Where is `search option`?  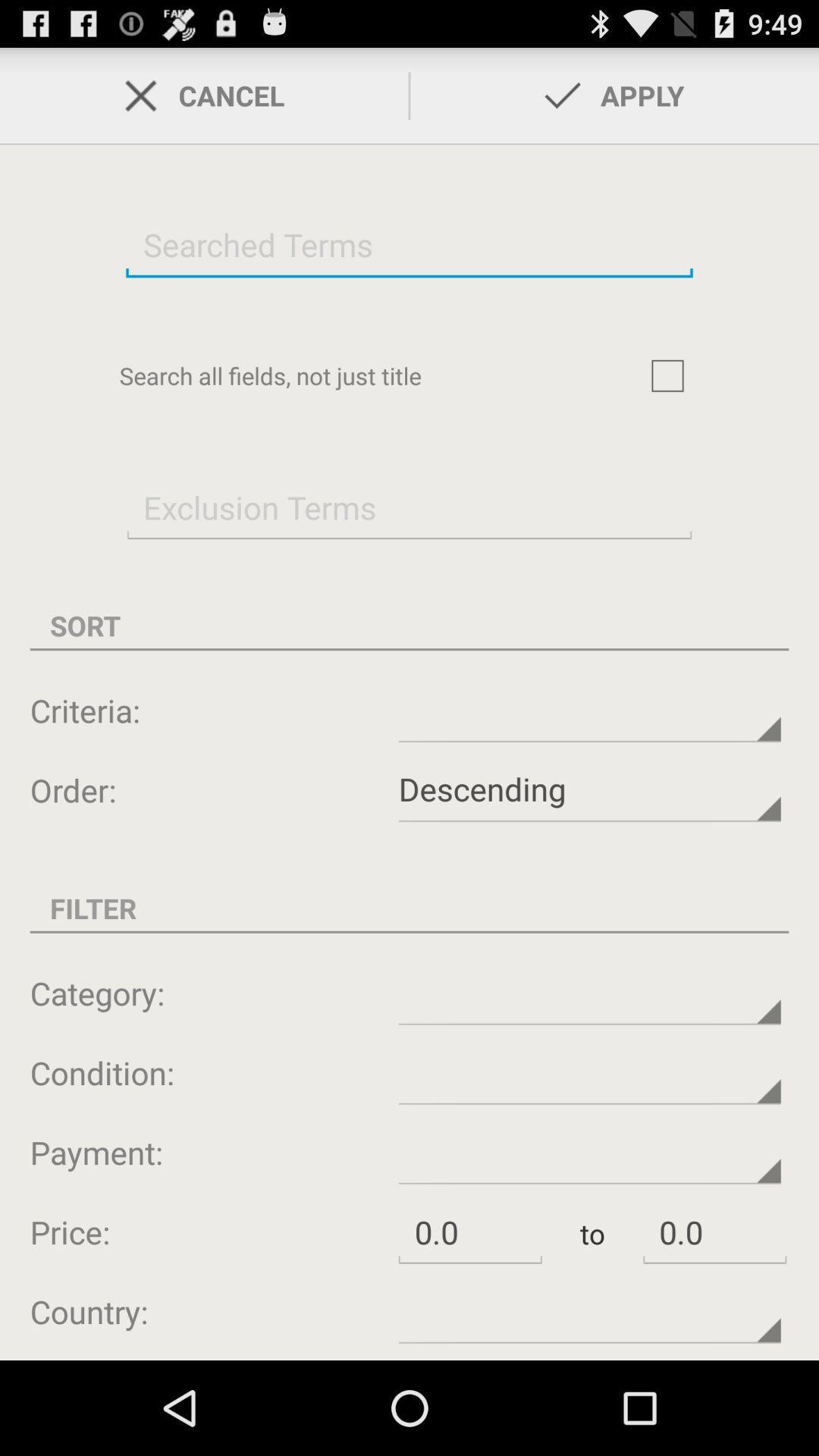
search option is located at coordinates (409, 244).